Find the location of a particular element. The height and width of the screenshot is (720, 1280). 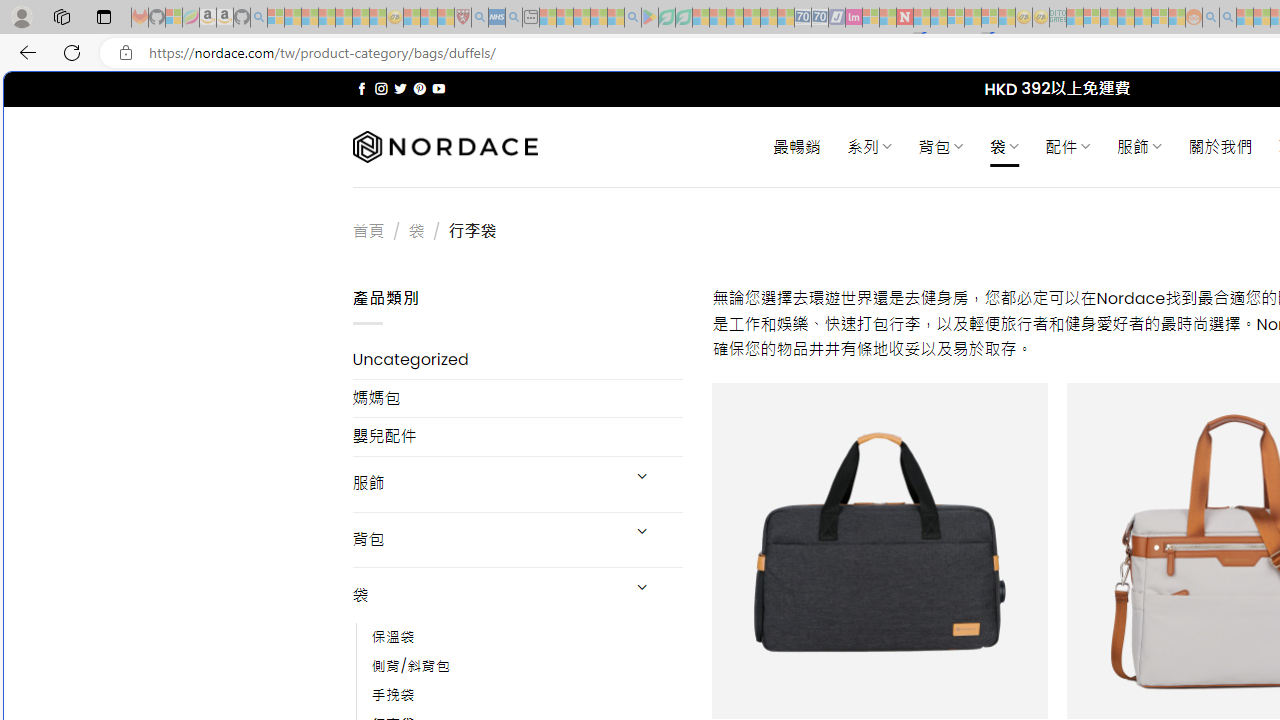

'Follow on Instagram' is located at coordinates (381, 88).